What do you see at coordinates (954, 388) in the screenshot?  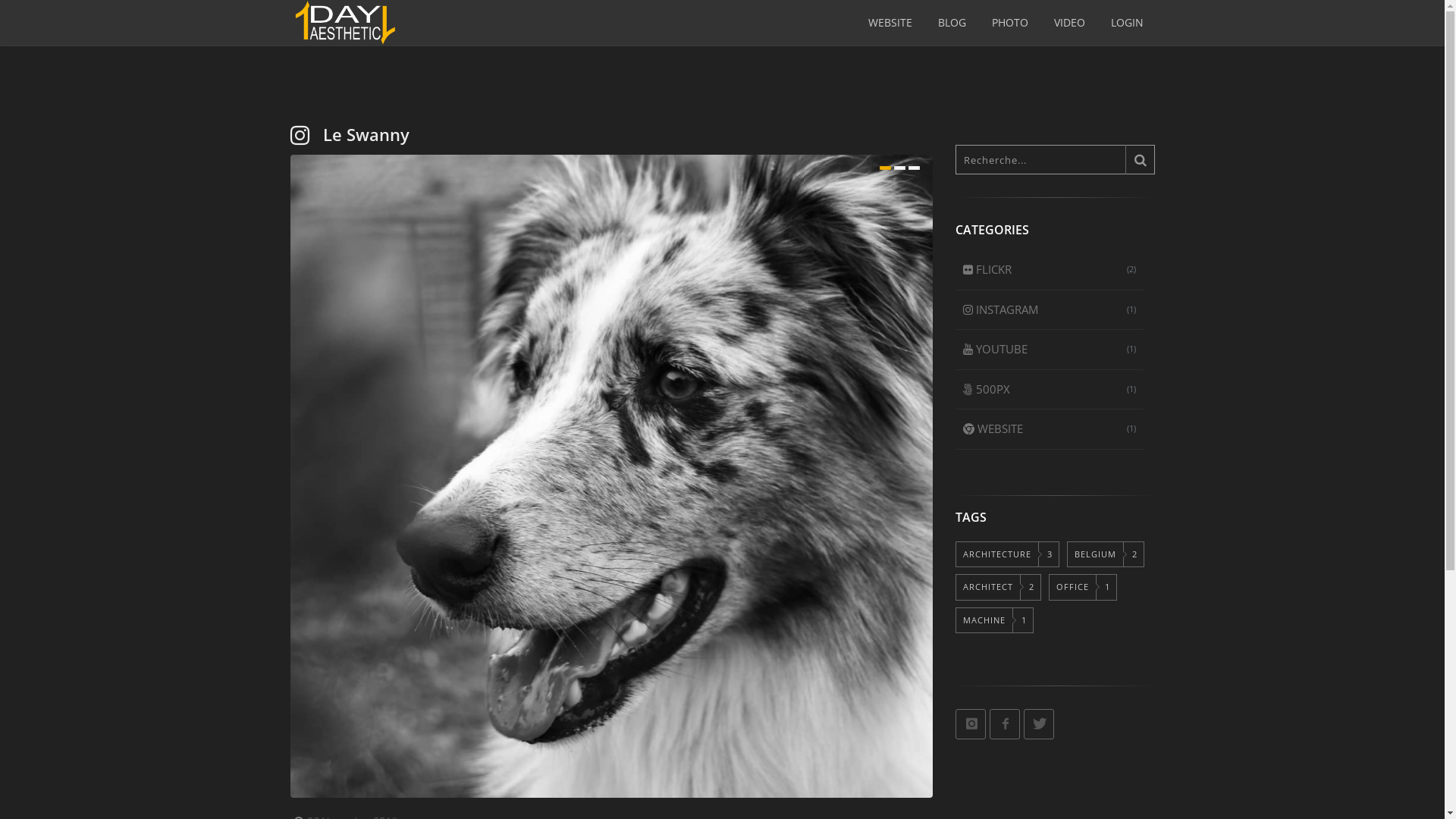 I see `'(1)` at bounding box center [954, 388].